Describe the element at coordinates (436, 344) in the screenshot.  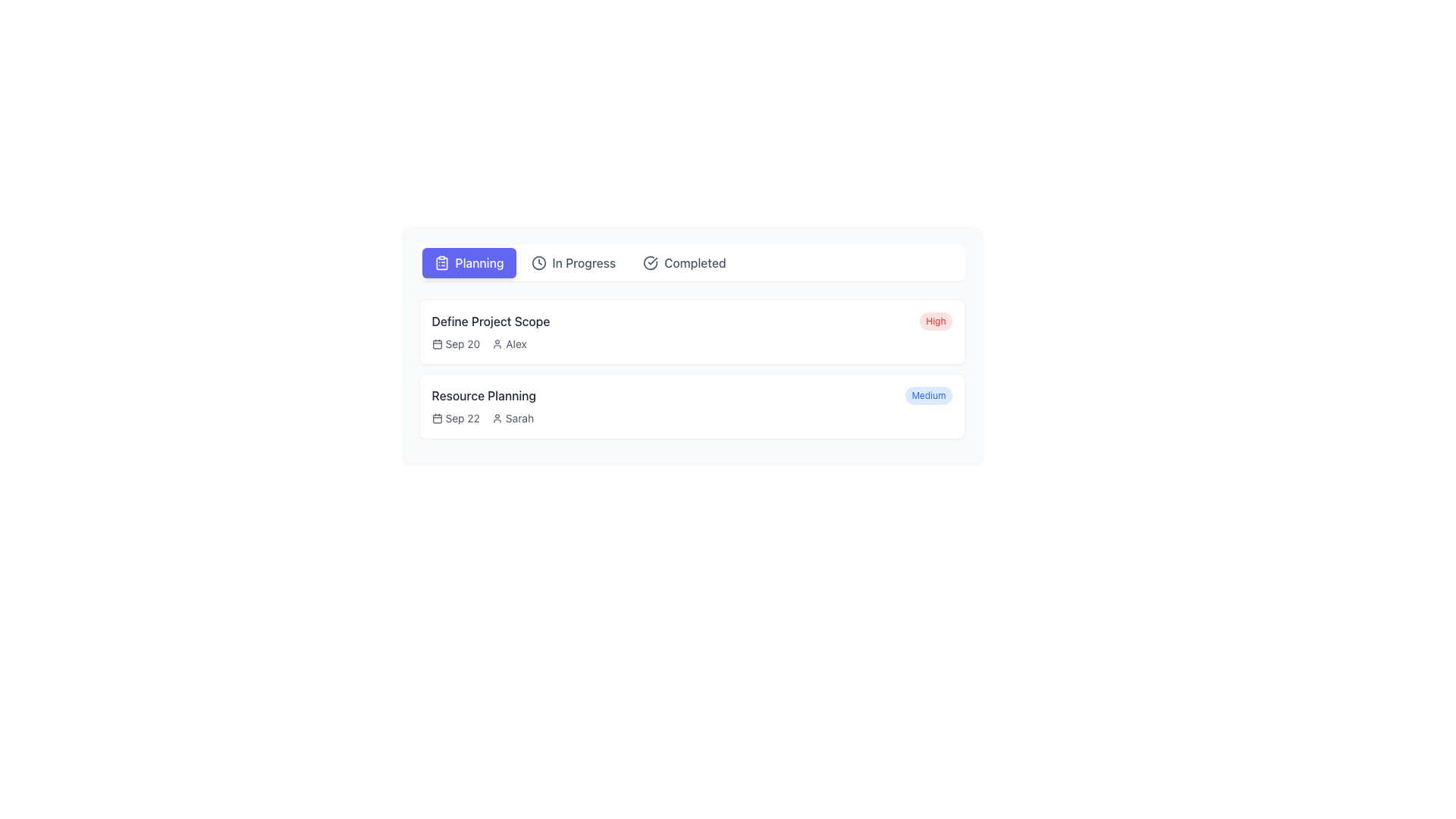
I see `the calendar icon indicating scheduling or date selection located near the top left of the task item labeled 'Define Project Scope' under the 'Planning' section for information on the date` at that location.